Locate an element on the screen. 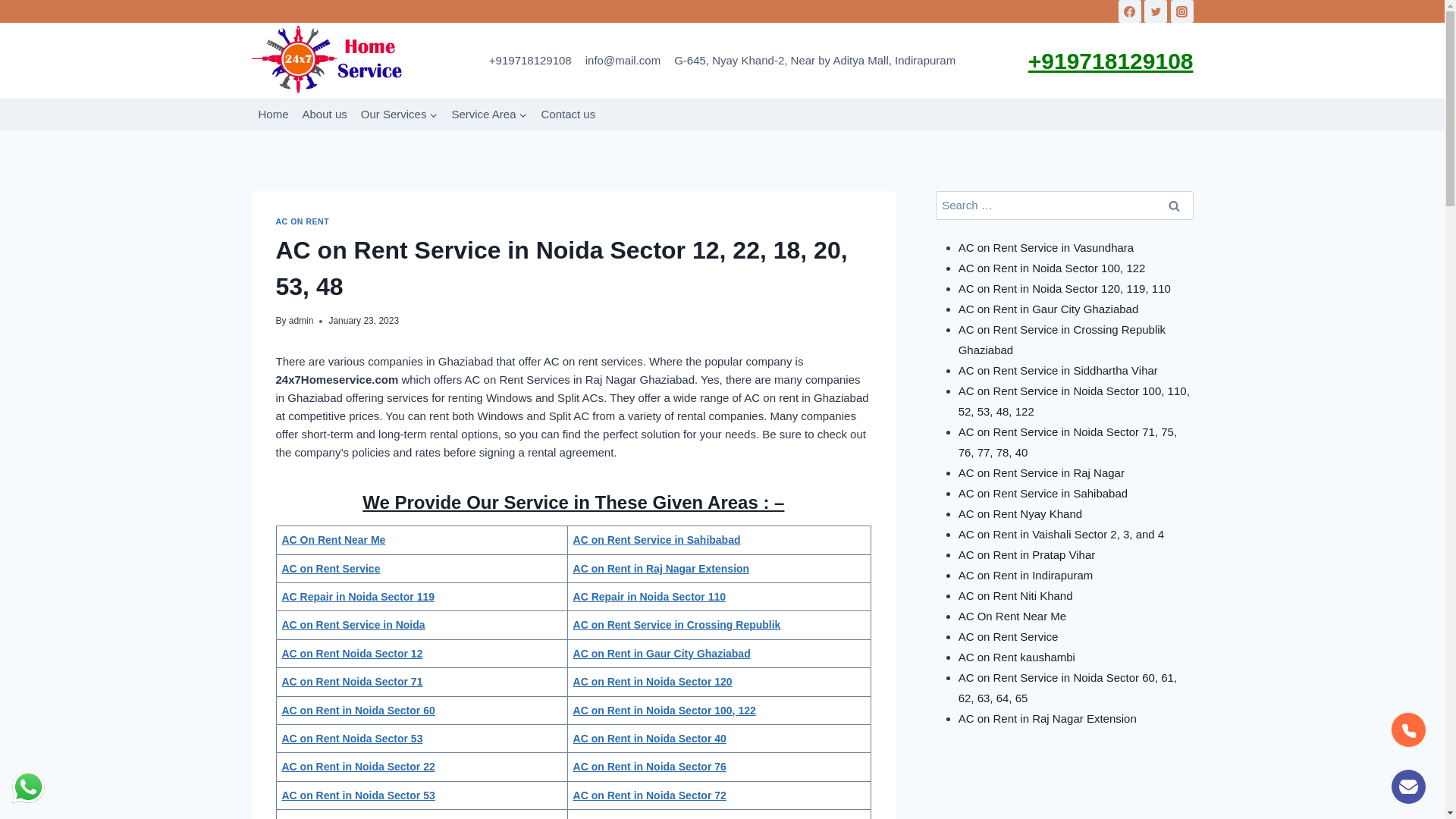  'AC On Rent Near Me' is located at coordinates (957, 616).